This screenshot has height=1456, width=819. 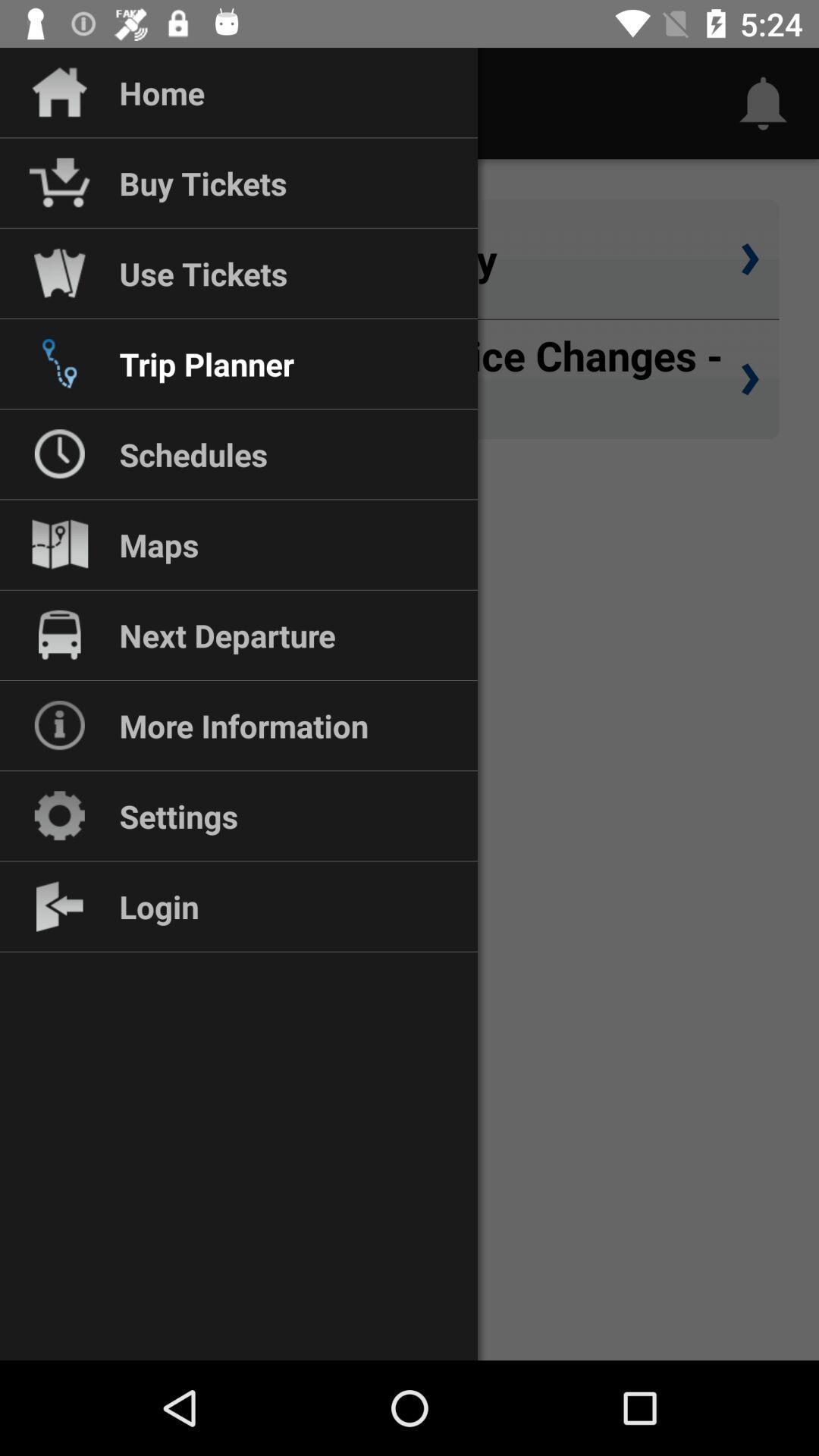 What do you see at coordinates (763, 103) in the screenshot?
I see `the notifications icon` at bounding box center [763, 103].